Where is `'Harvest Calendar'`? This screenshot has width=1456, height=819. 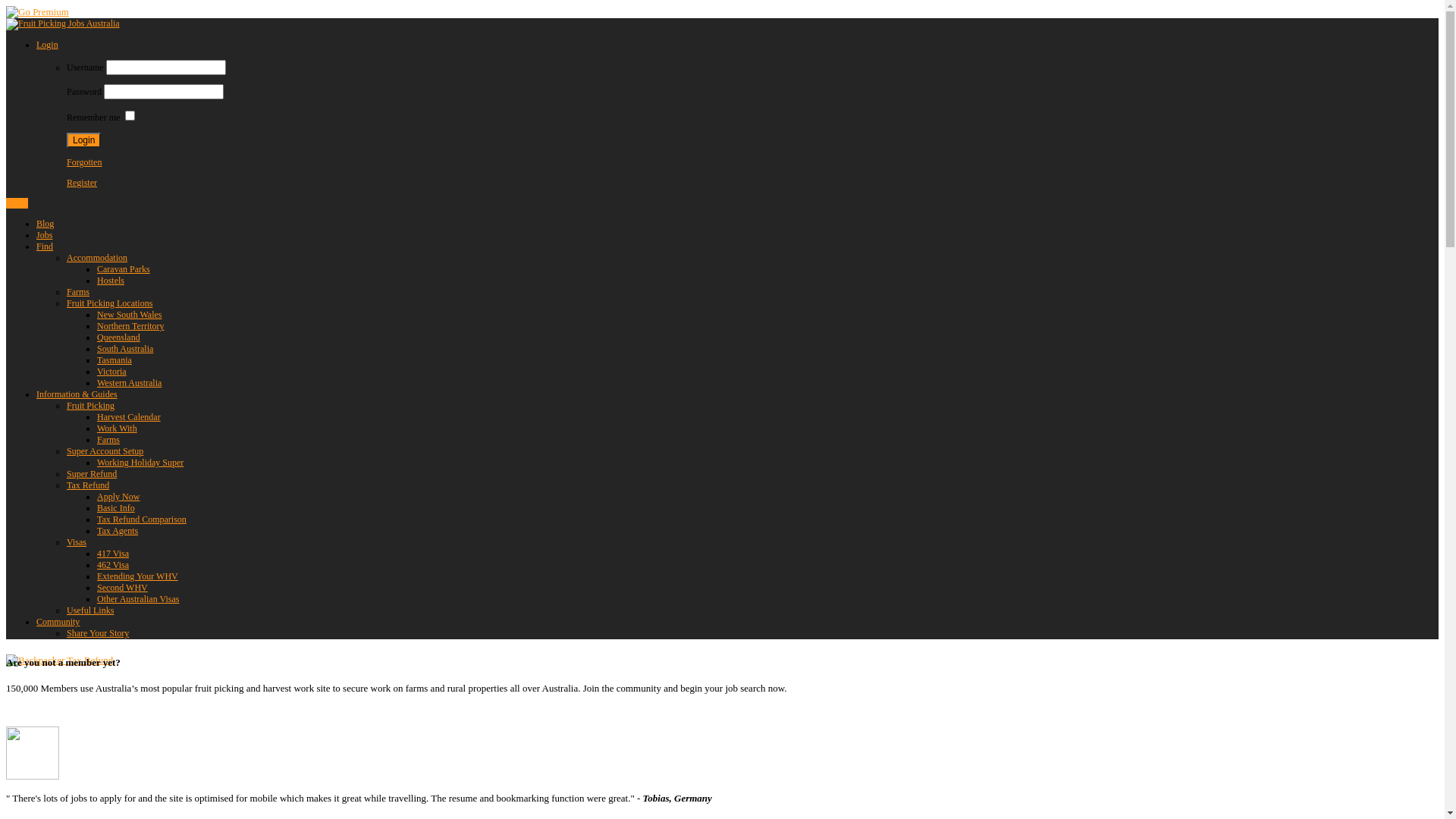
'Harvest Calendar' is located at coordinates (96, 417).